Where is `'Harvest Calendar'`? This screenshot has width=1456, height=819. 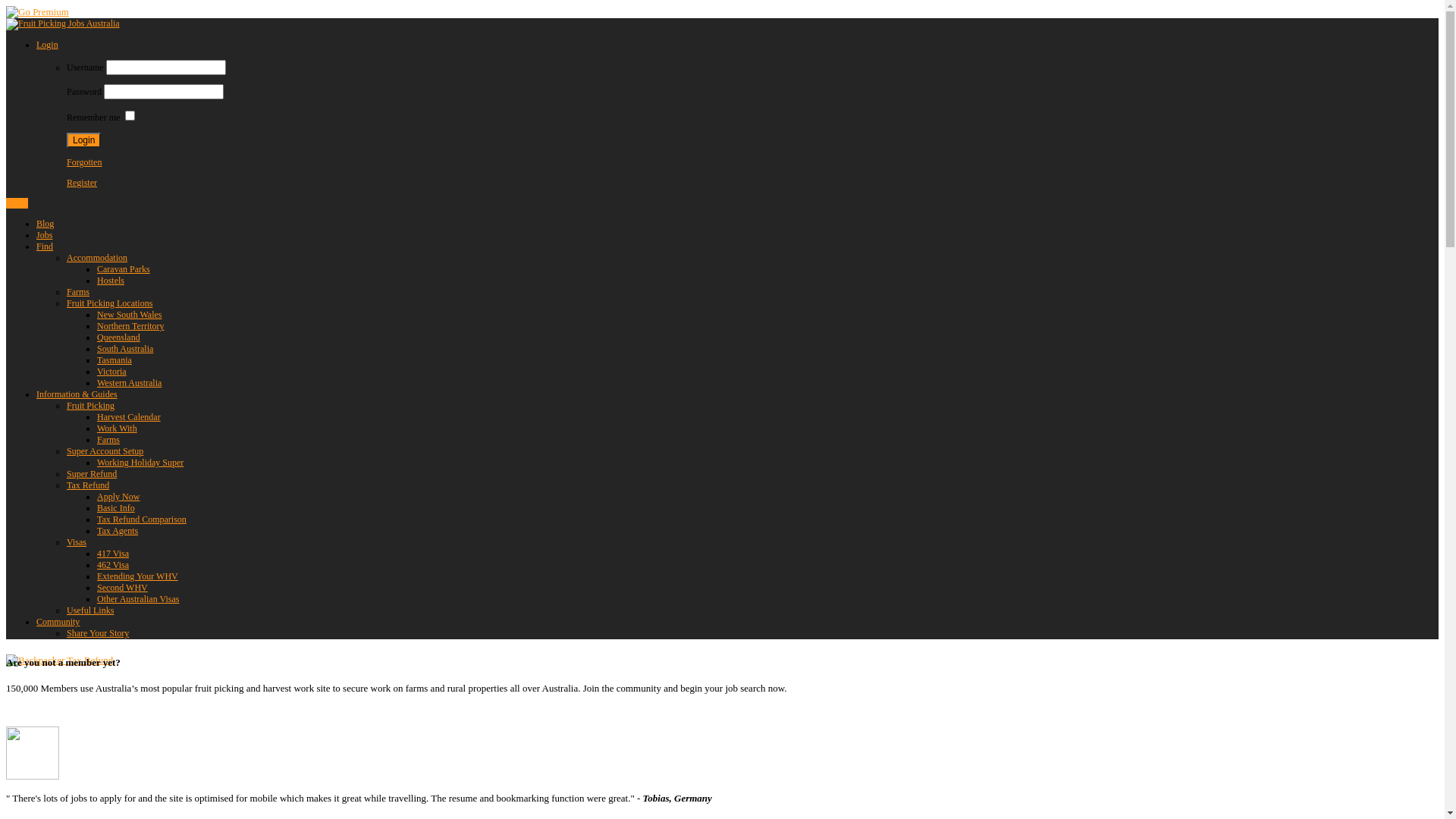
'Harvest Calendar' is located at coordinates (96, 417).